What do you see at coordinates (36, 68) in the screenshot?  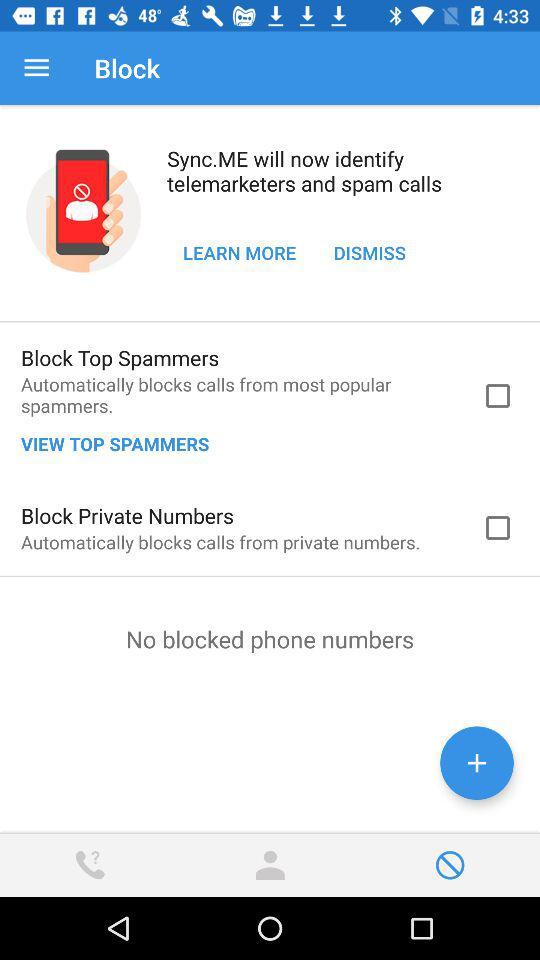 I see `the item to the left of block item` at bounding box center [36, 68].